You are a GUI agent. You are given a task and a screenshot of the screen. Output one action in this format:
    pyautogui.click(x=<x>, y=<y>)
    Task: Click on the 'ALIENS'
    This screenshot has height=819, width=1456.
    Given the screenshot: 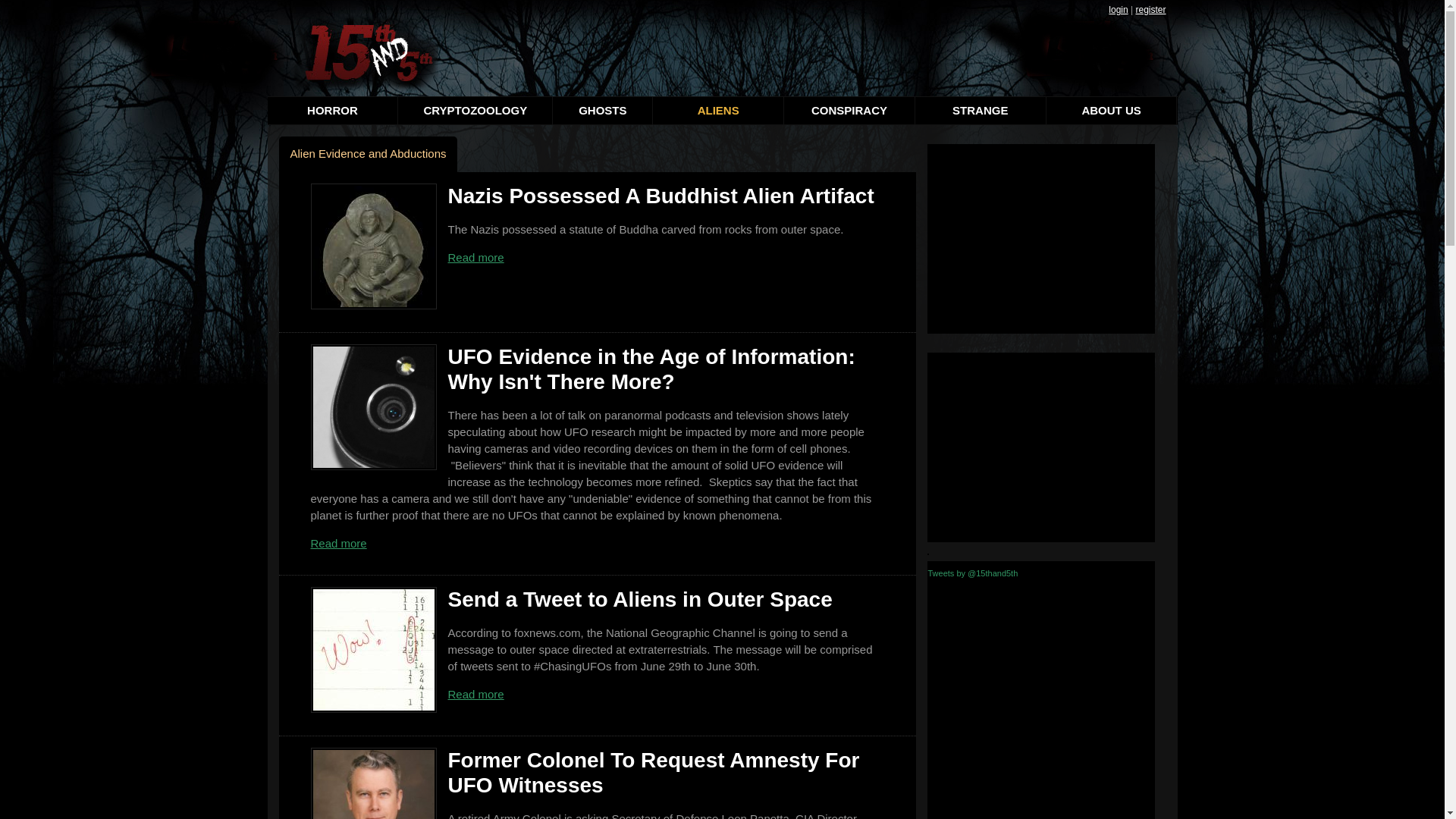 What is the action you would take?
    pyautogui.click(x=717, y=110)
    